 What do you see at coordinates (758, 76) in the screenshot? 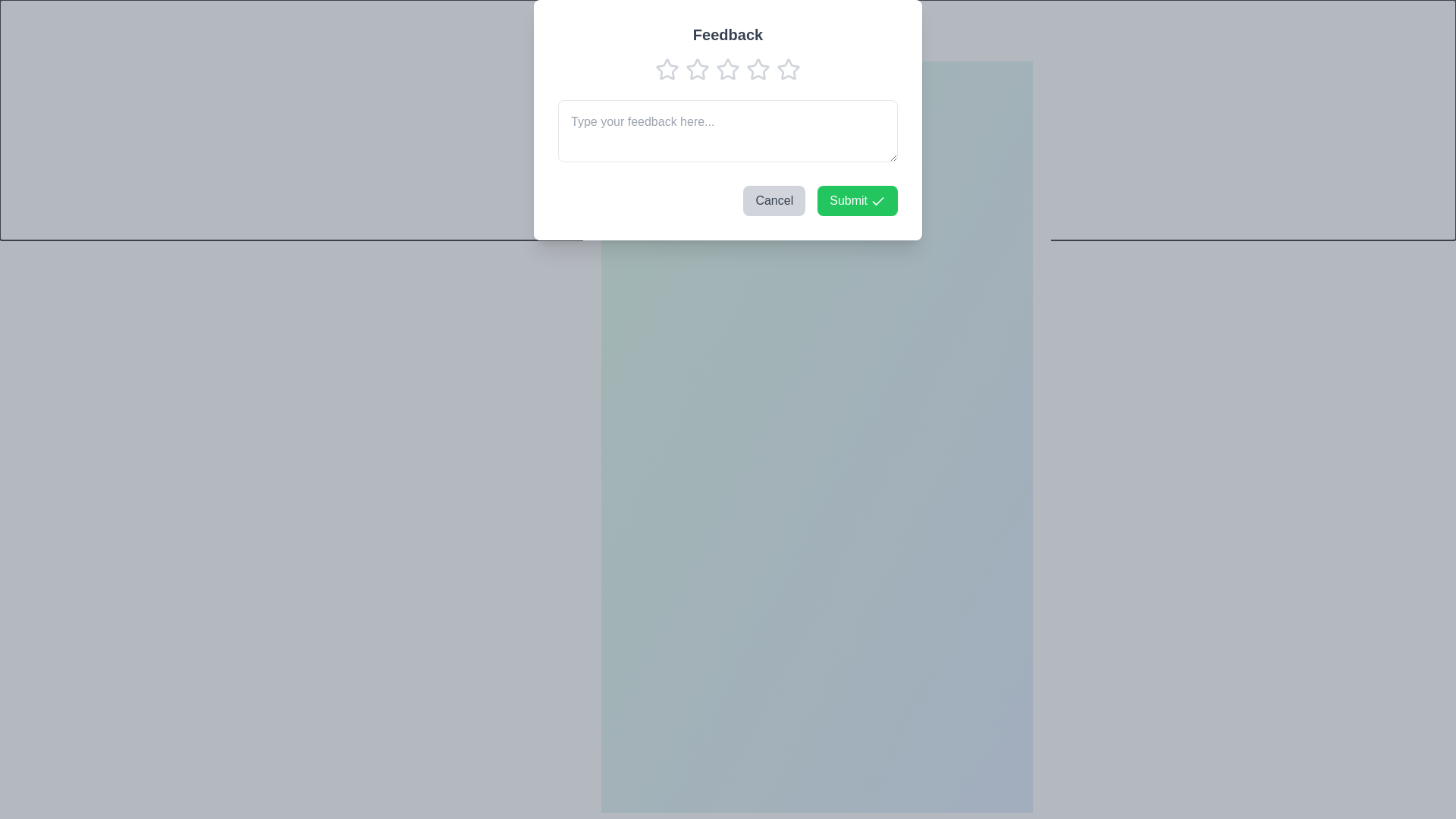
I see `the feedback rating to 5 stars by clicking the corresponding star button` at bounding box center [758, 76].